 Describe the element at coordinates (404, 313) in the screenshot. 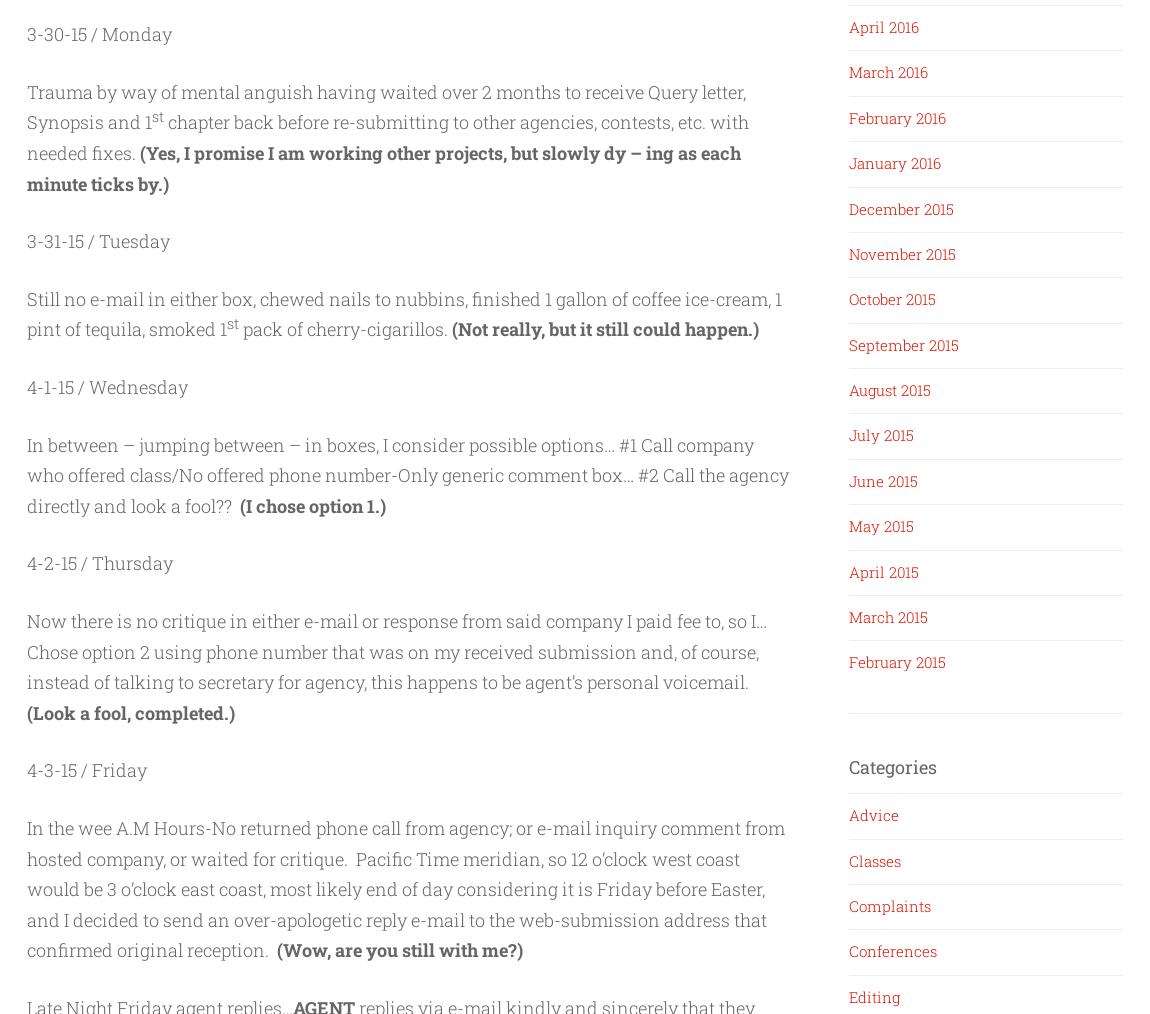

I see `'Still no e-mail in either box, chewed nails to nubbins, finished 1 gallon of coffee ice-cream, 1 pint of tequila, smoked 1'` at that location.